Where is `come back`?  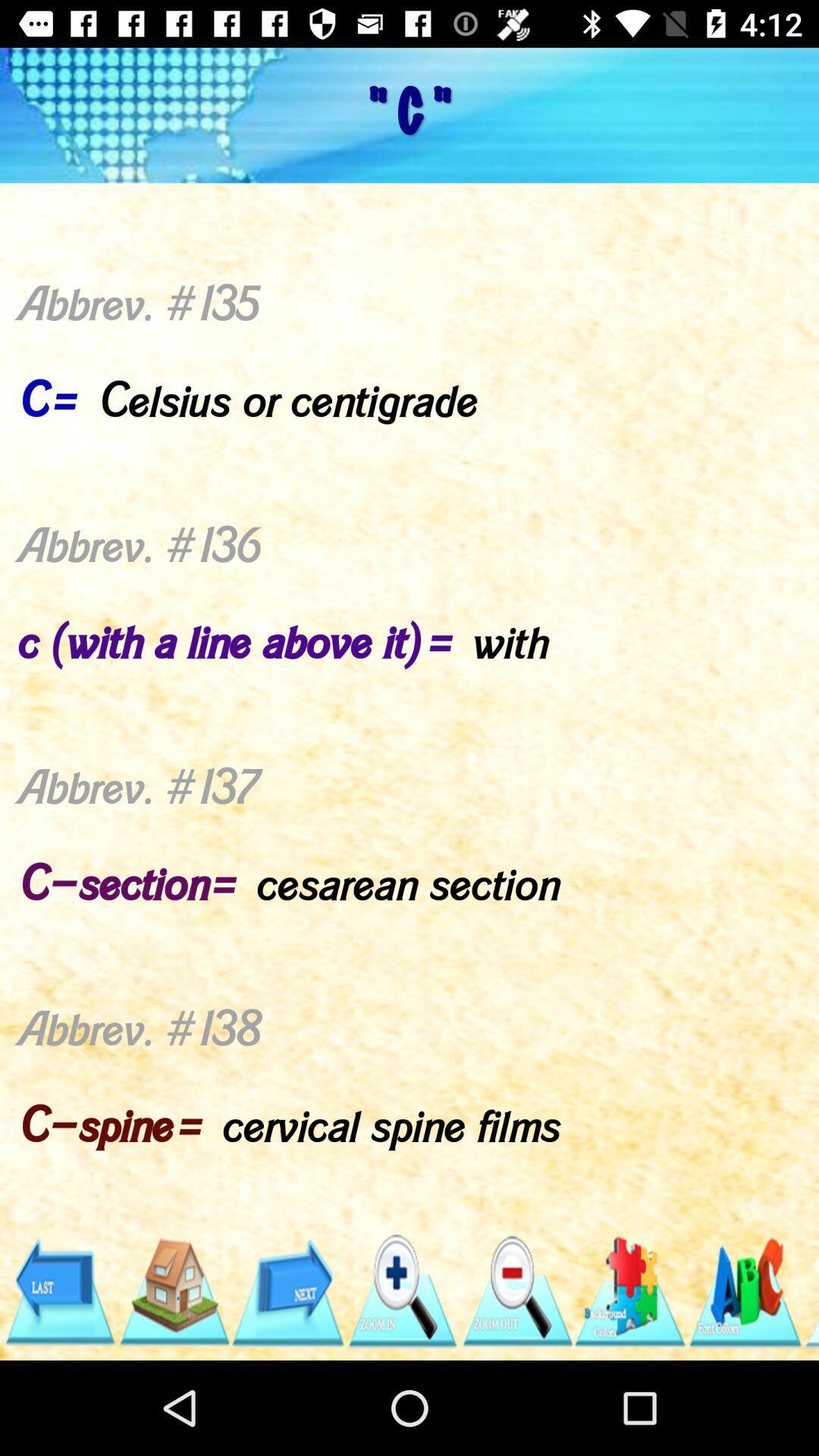 come back is located at coordinates (58, 1291).